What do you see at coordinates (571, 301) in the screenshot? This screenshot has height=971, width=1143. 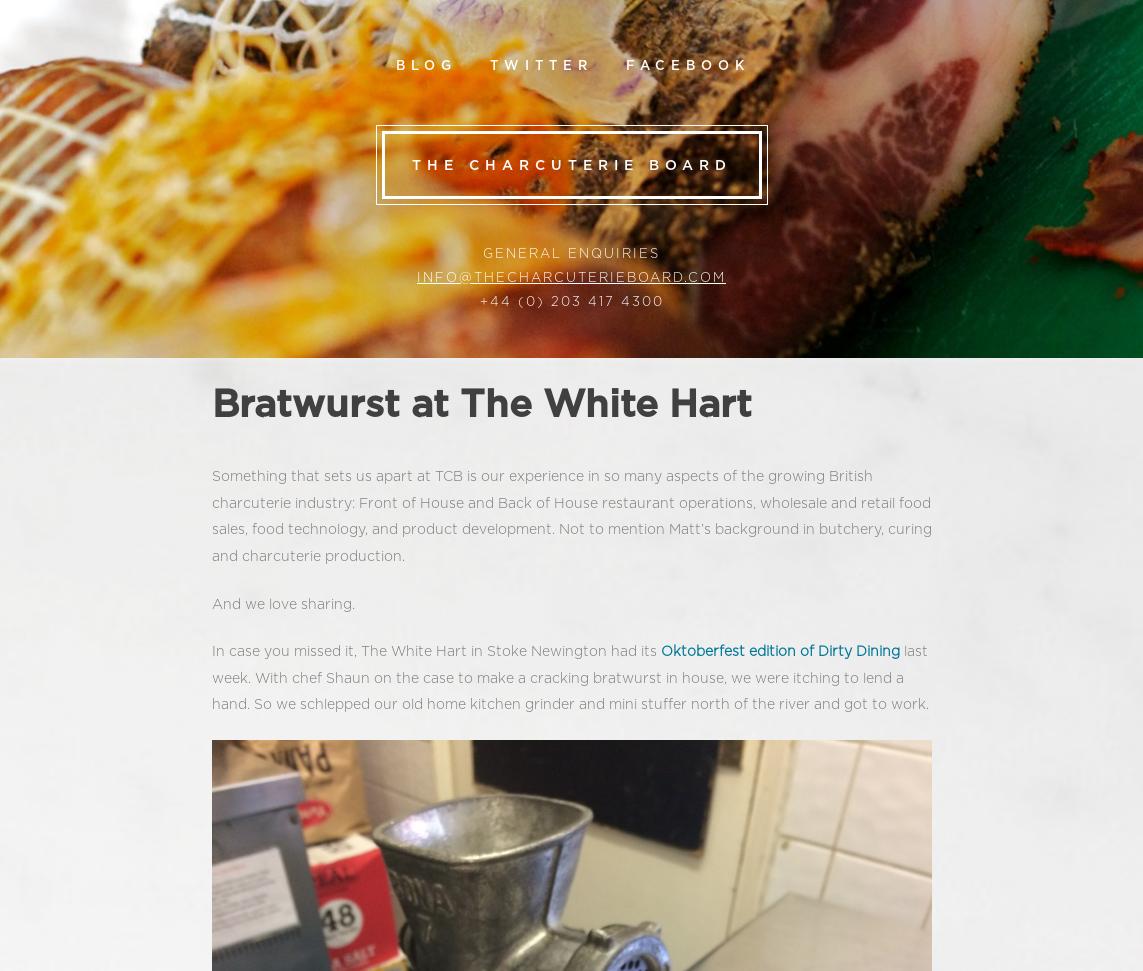 I see `'+44 (0) 203 417 4300'` at bounding box center [571, 301].